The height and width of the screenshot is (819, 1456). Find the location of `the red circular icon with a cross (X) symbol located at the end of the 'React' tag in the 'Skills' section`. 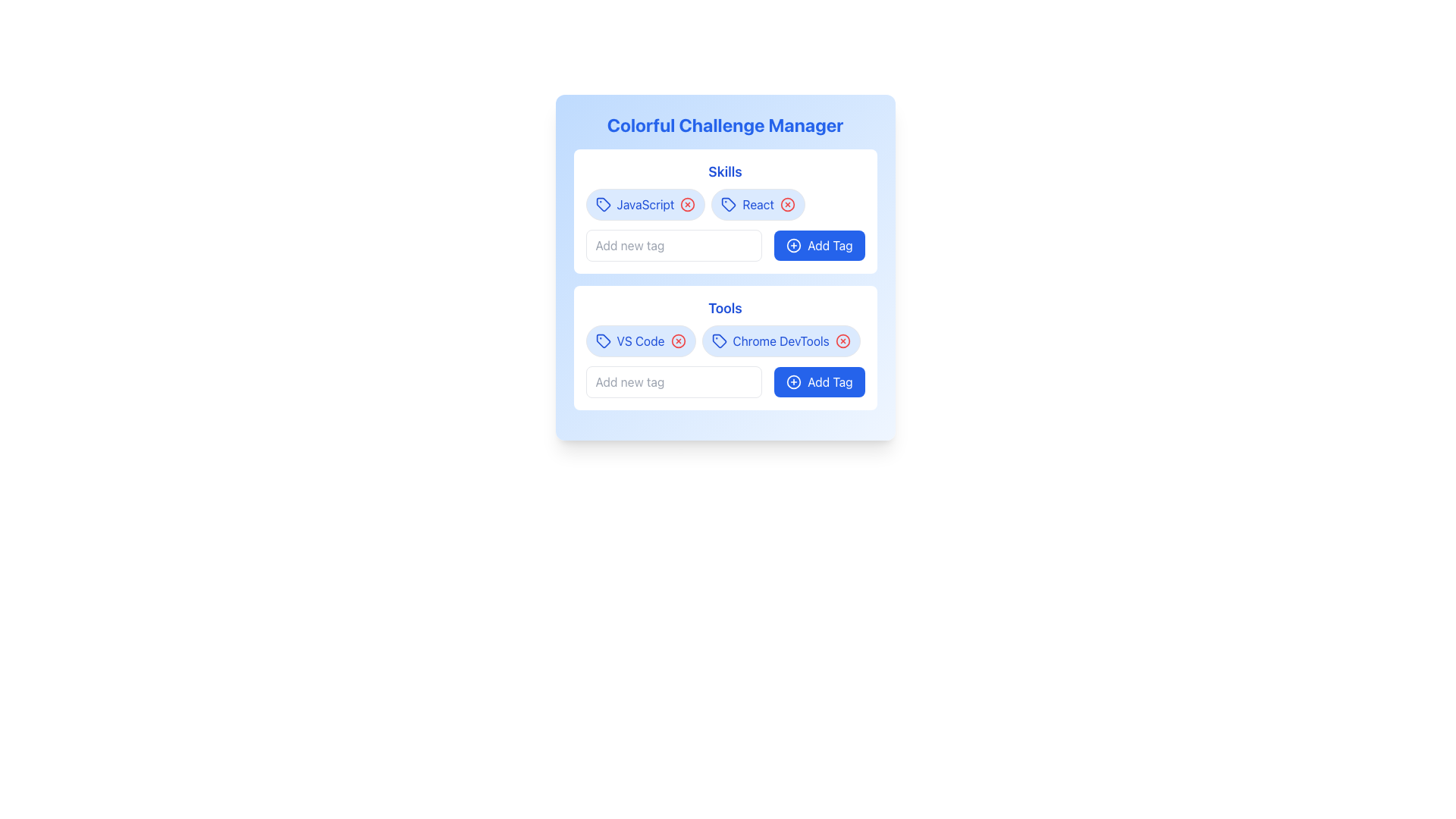

the red circular icon with a cross (X) symbol located at the end of the 'React' tag in the 'Skills' section is located at coordinates (788, 205).